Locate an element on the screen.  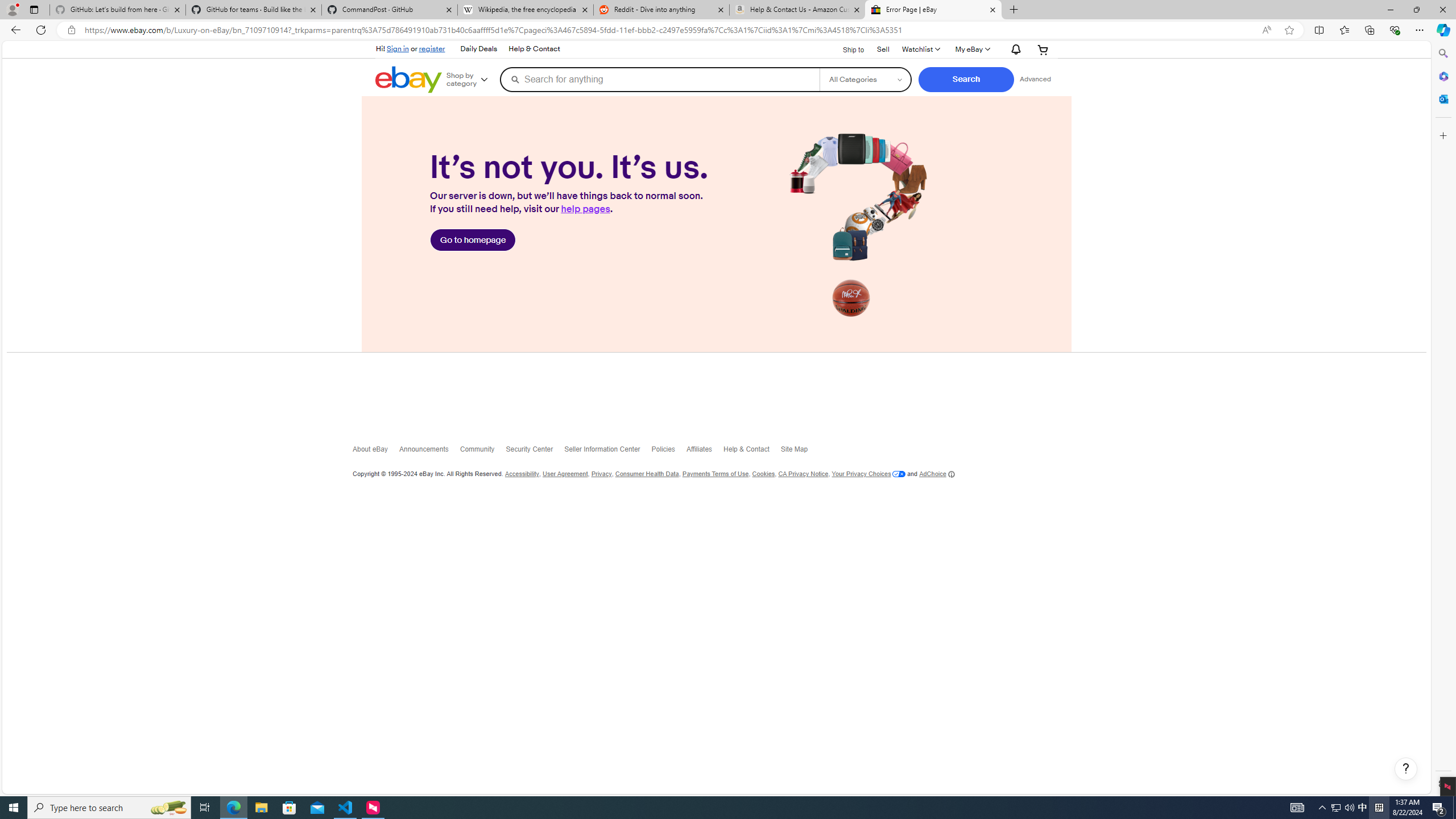
'Your shopping cart' is located at coordinates (1043, 49).